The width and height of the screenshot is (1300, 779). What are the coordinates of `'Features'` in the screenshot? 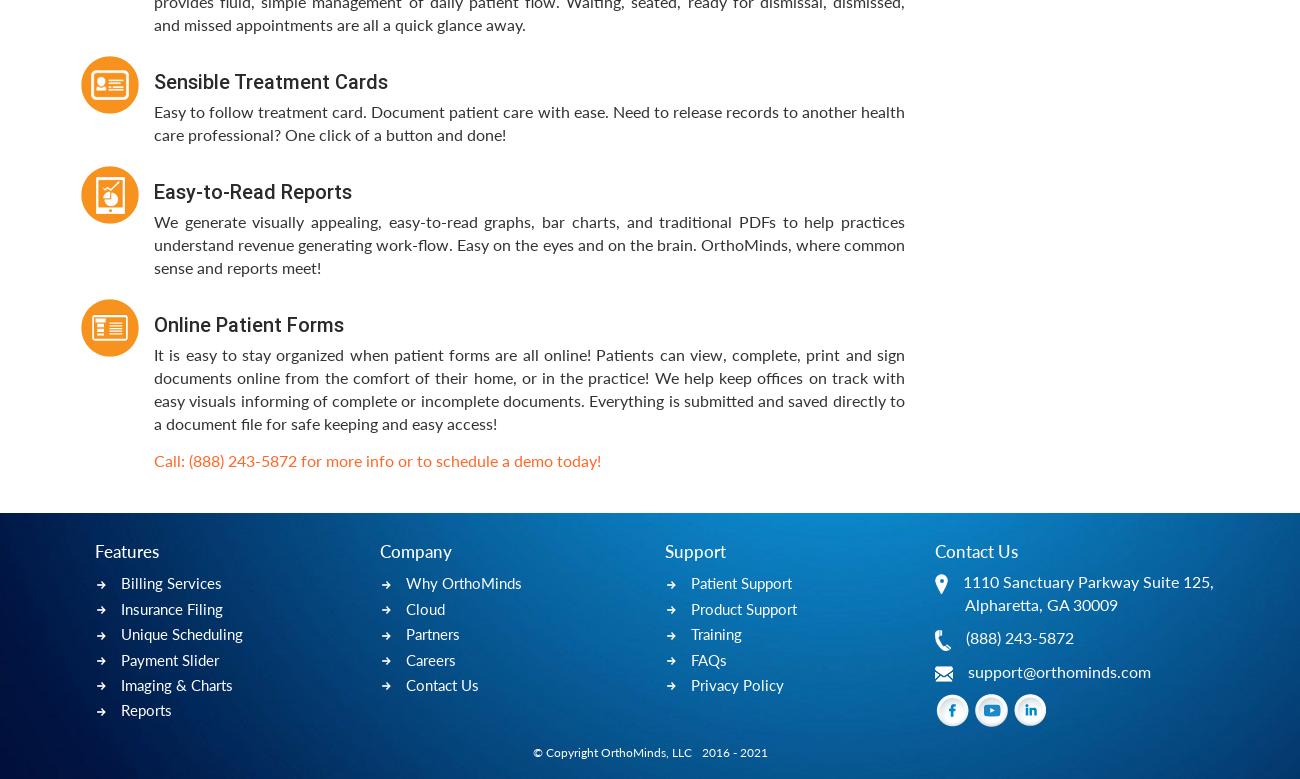 It's located at (126, 549).